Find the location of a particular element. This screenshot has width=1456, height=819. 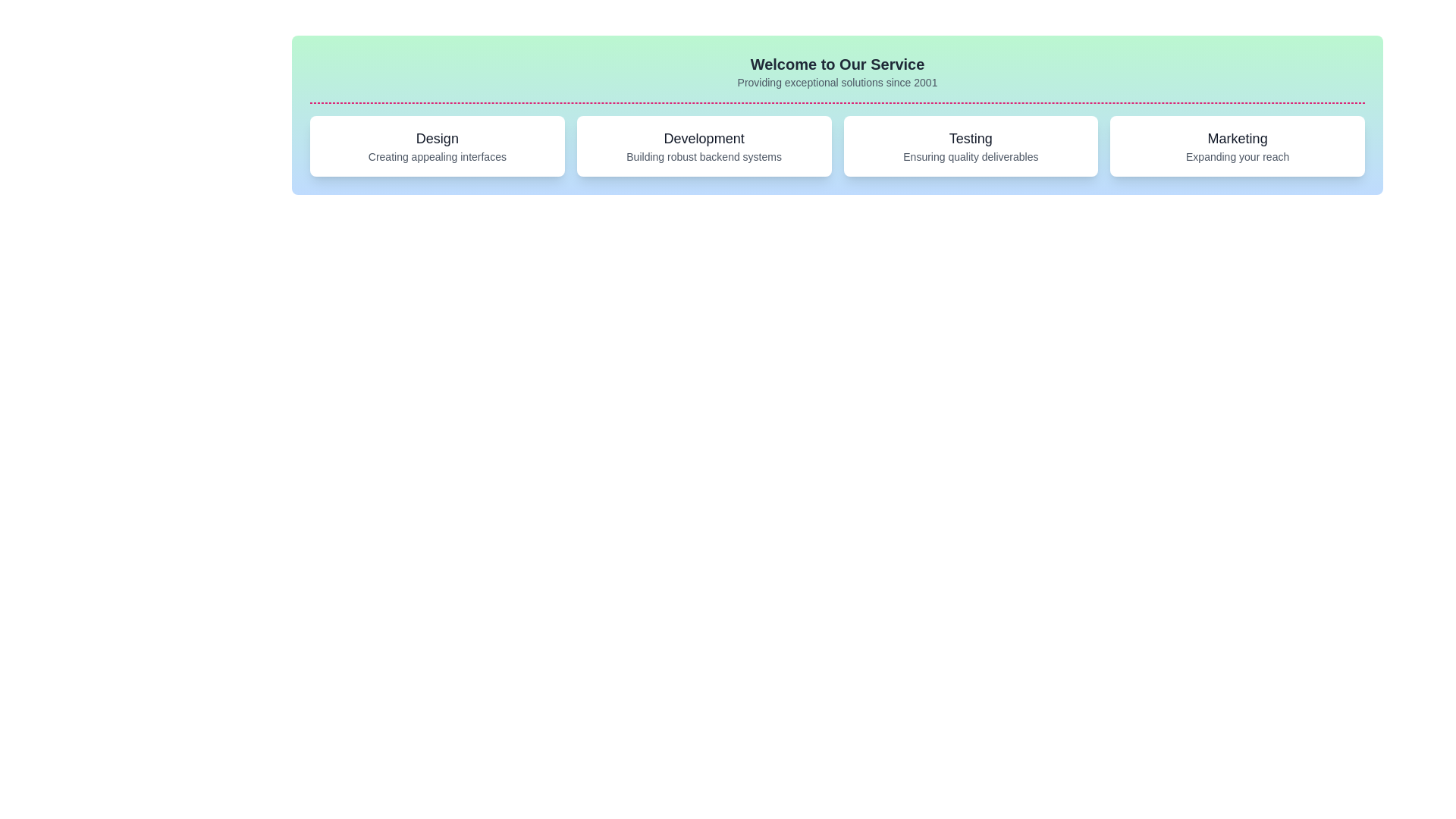

the Text label located below the title 'Design' within the first card of the horizontal row of cards is located at coordinates (436, 157).